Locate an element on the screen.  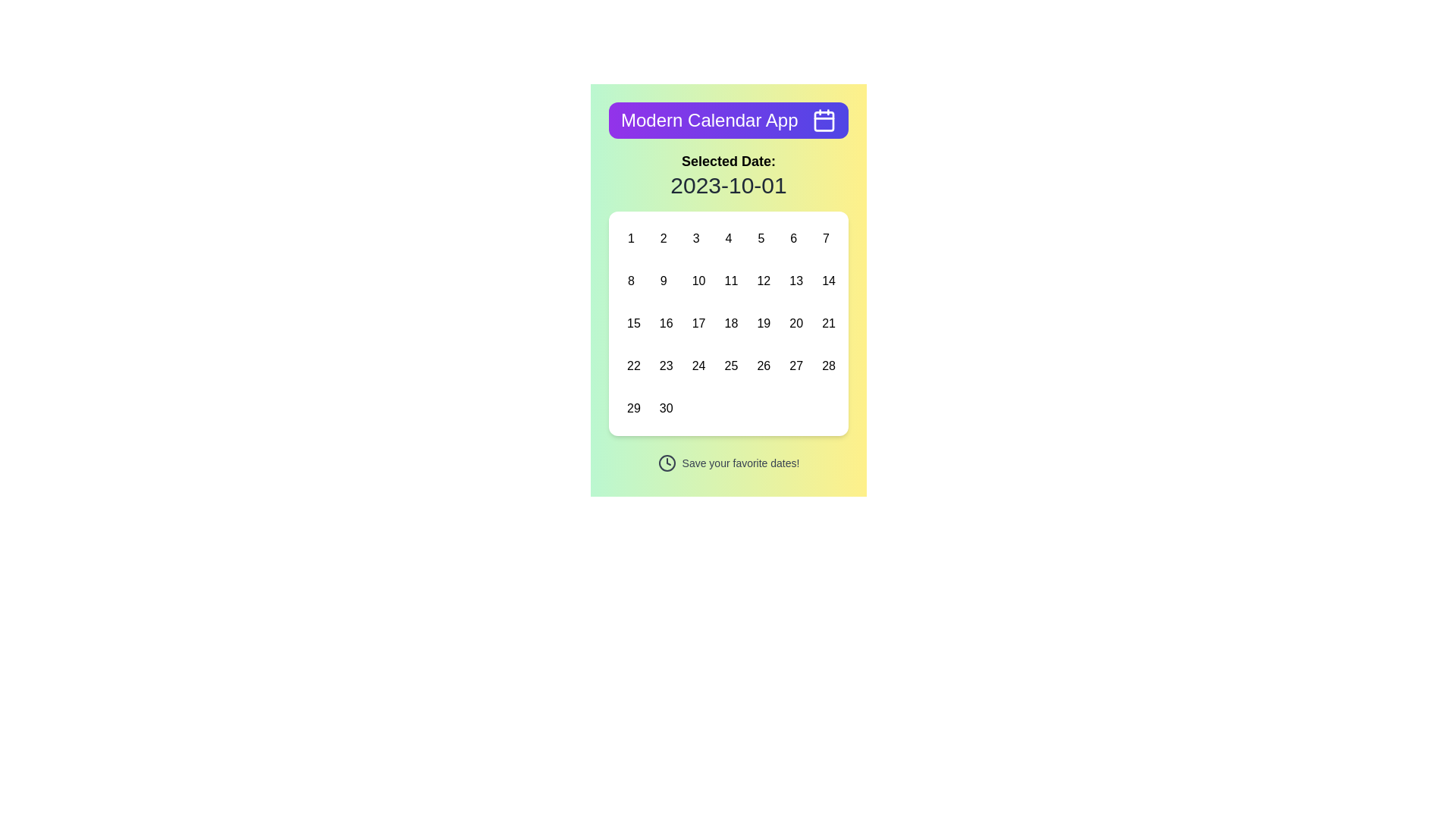
the Header element at the top of the interface, which has gradient styling and serves as the title for the application is located at coordinates (728, 119).